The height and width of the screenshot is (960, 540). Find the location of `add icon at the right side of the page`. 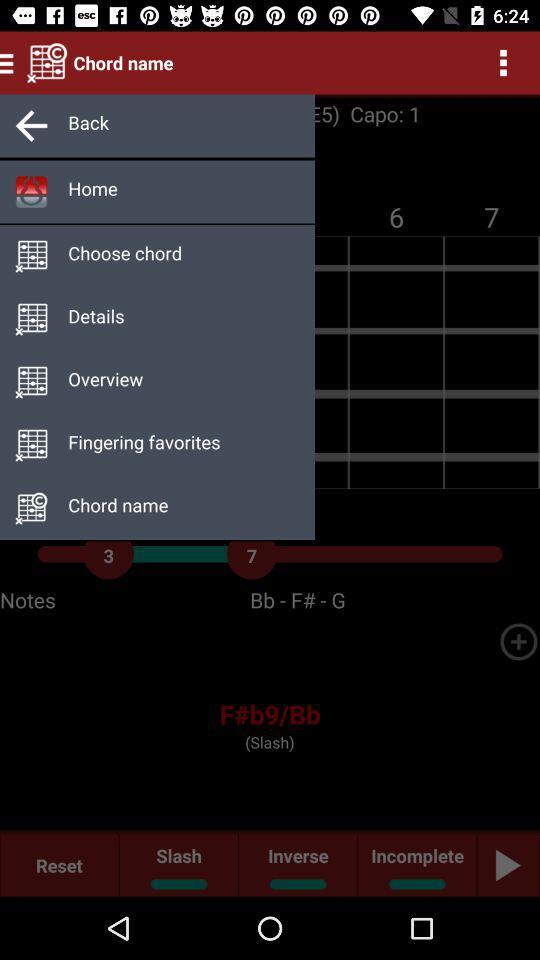

add icon at the right side of the page is located at coordinates (518, 641).